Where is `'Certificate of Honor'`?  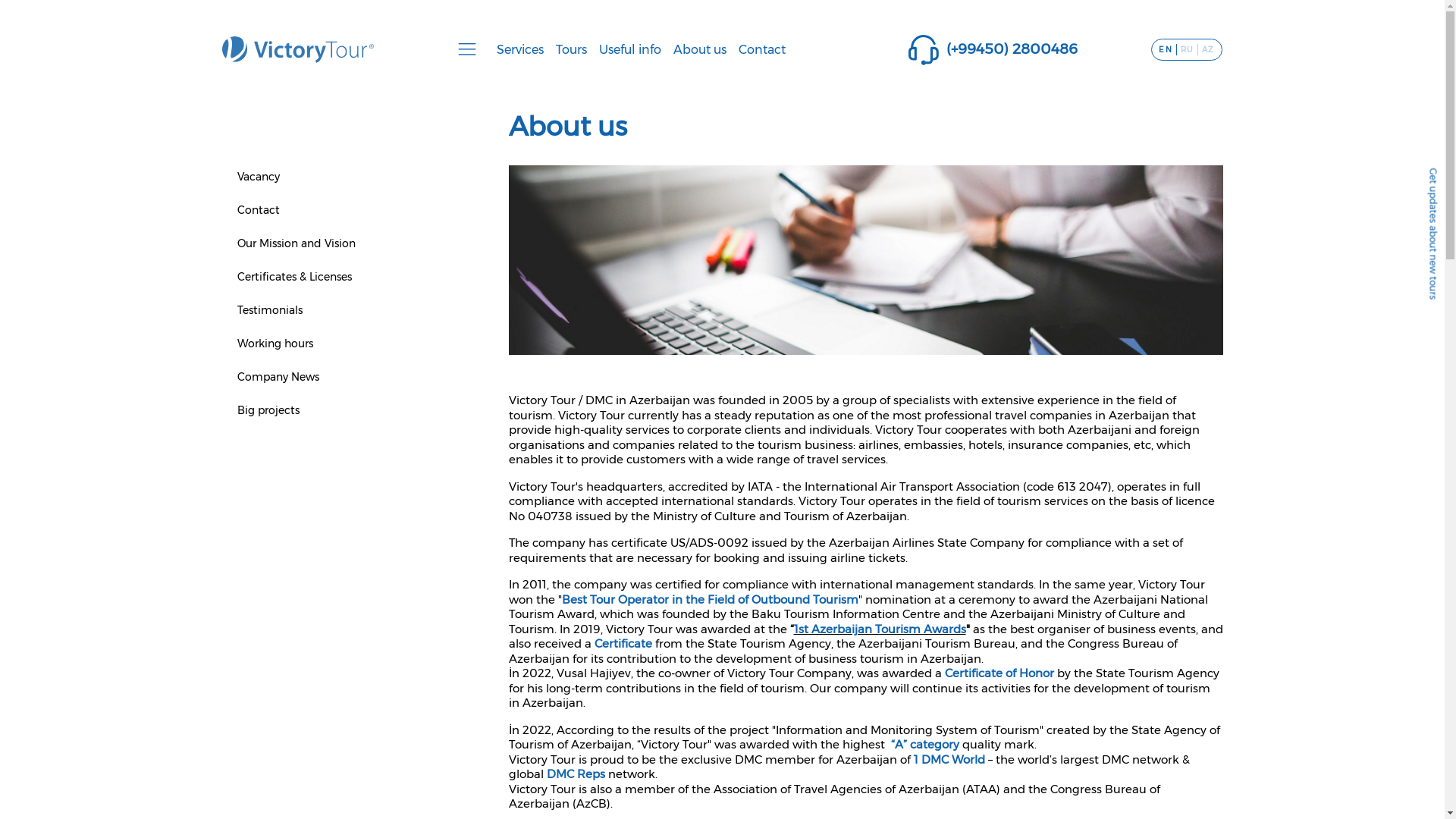 'Certificate of Honor' is located at coordinates (944, 672).